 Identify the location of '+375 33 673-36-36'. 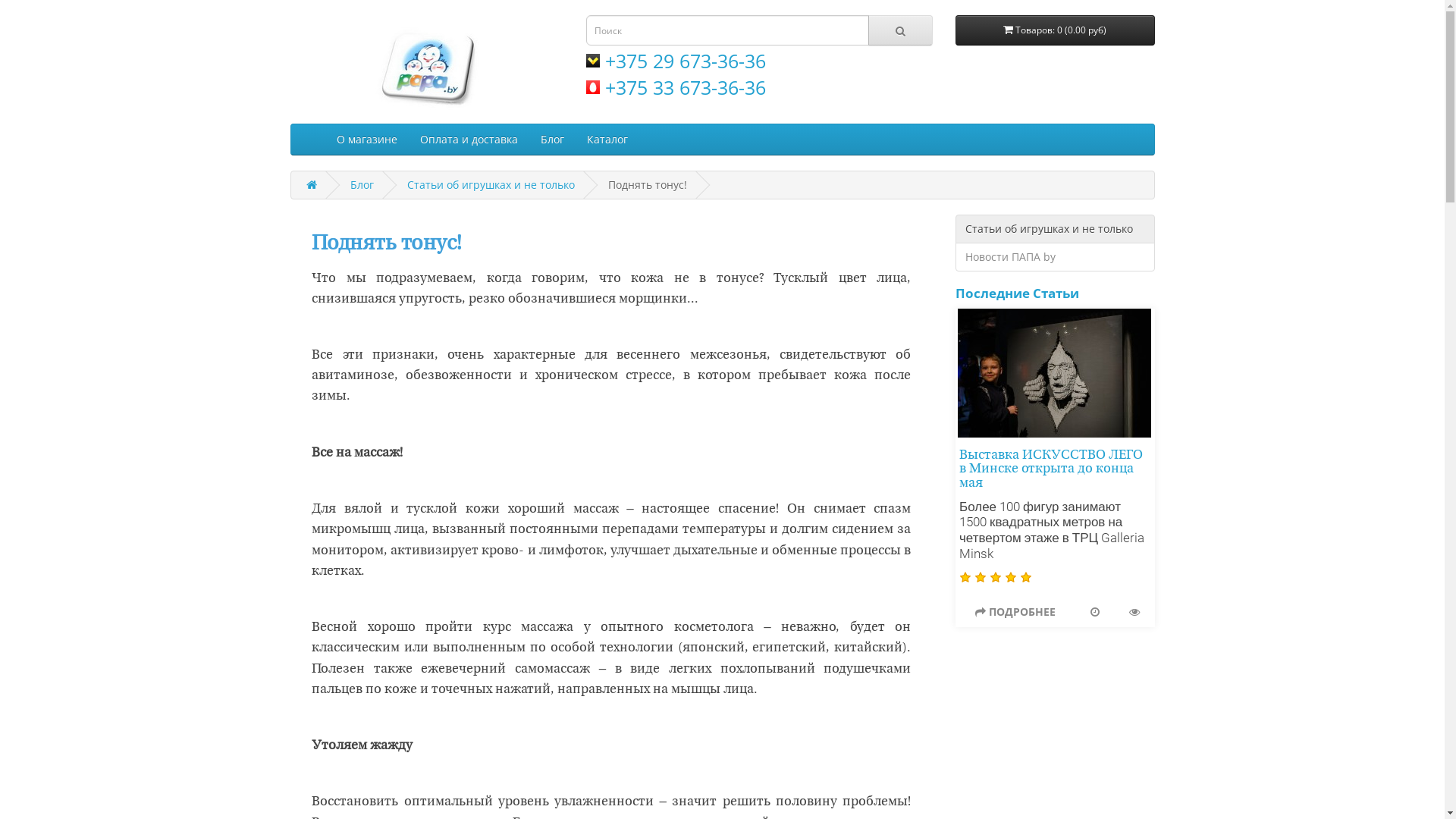
(585, 87).